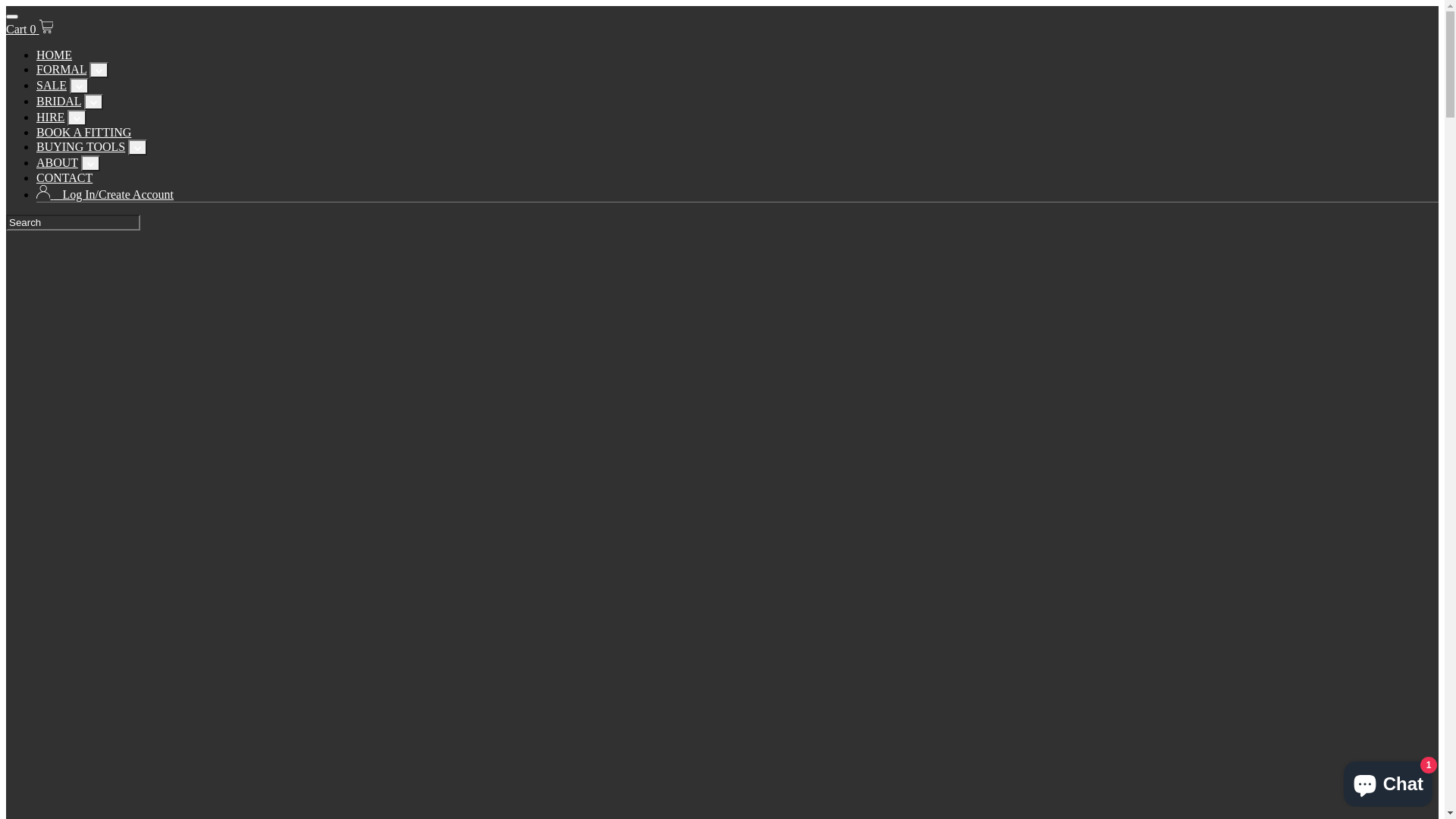 The width and height of the screenshot is (1456, 819). I want to click on 'BRIDAL', so click(36, 101).